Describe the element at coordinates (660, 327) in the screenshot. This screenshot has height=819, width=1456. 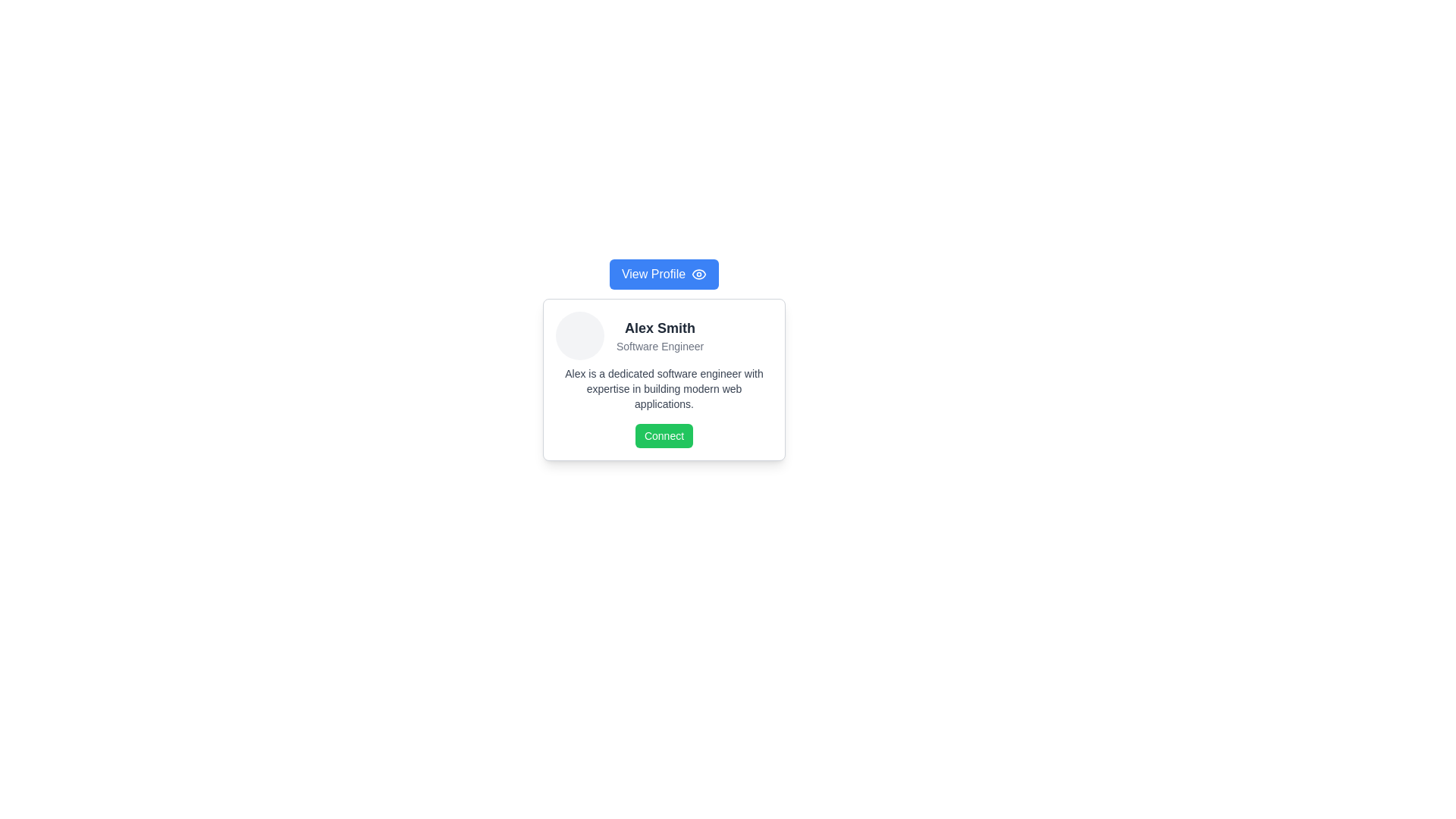
I see `the text label displaying 'Alex Smith' which is bold and dark gray, located beneath the avatar in the user profile card` at that location.